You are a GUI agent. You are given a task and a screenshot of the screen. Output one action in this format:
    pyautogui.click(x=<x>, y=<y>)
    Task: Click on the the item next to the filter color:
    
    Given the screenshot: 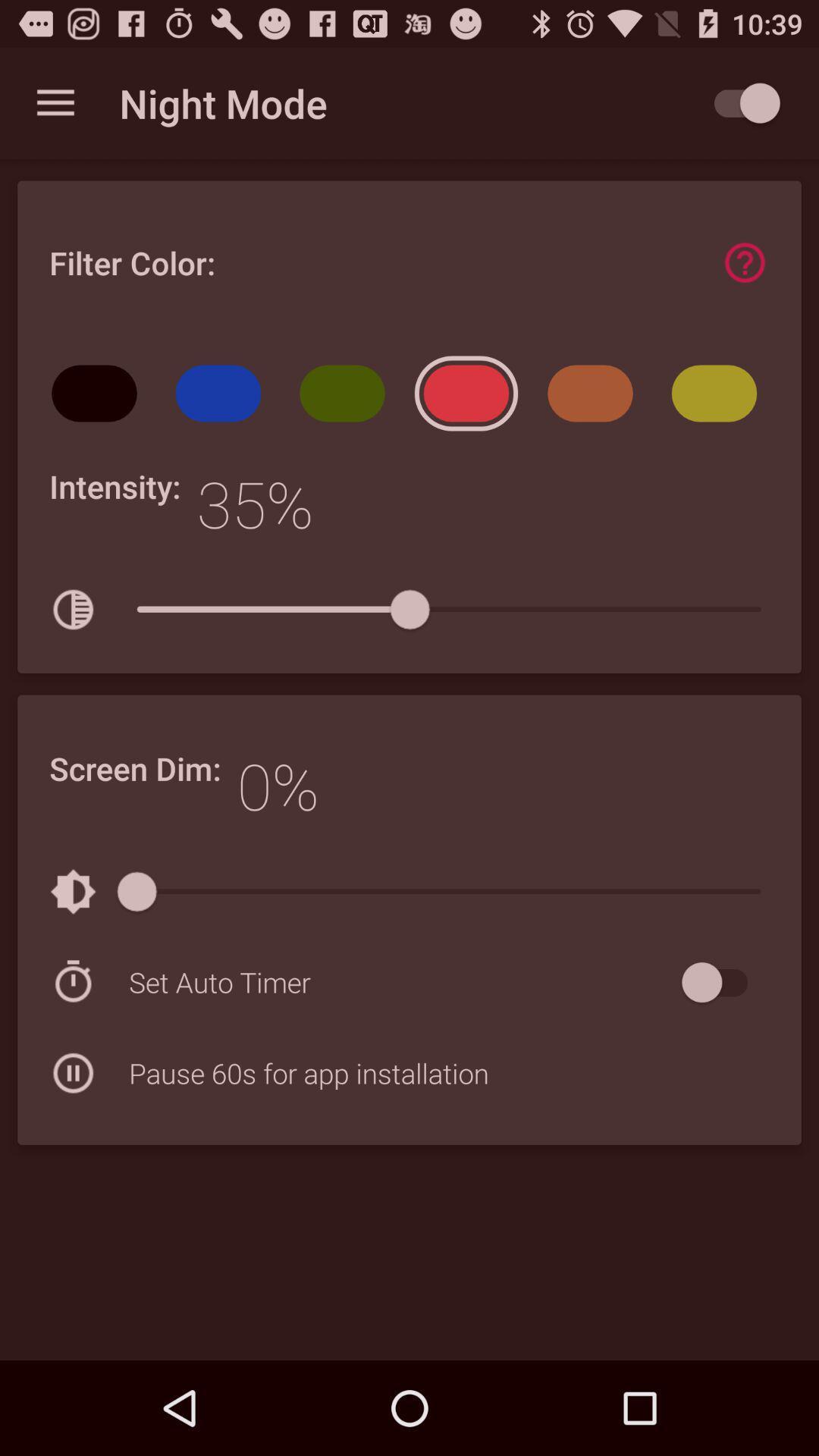 What is the action you would take?
    pyautogui.click(x=744, y=262)
    